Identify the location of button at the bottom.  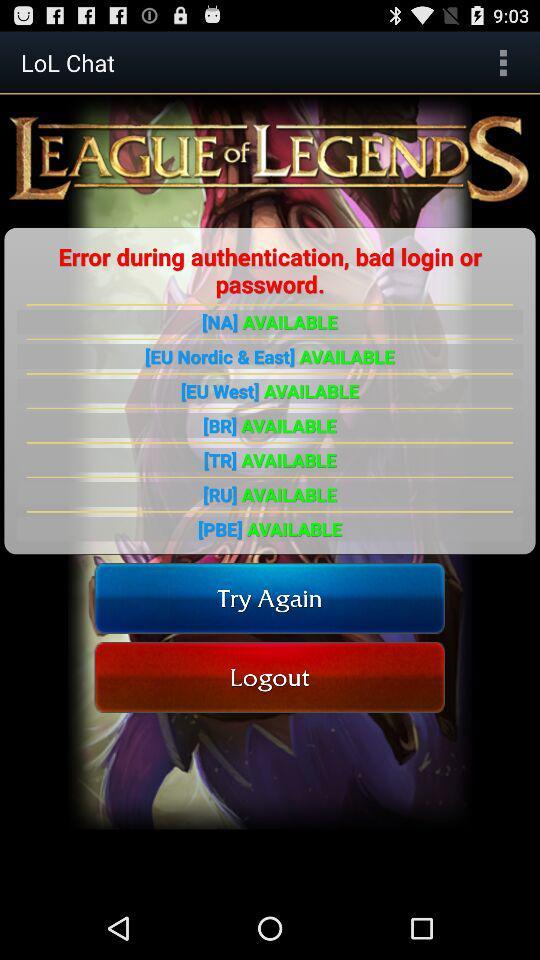
(269, 677).